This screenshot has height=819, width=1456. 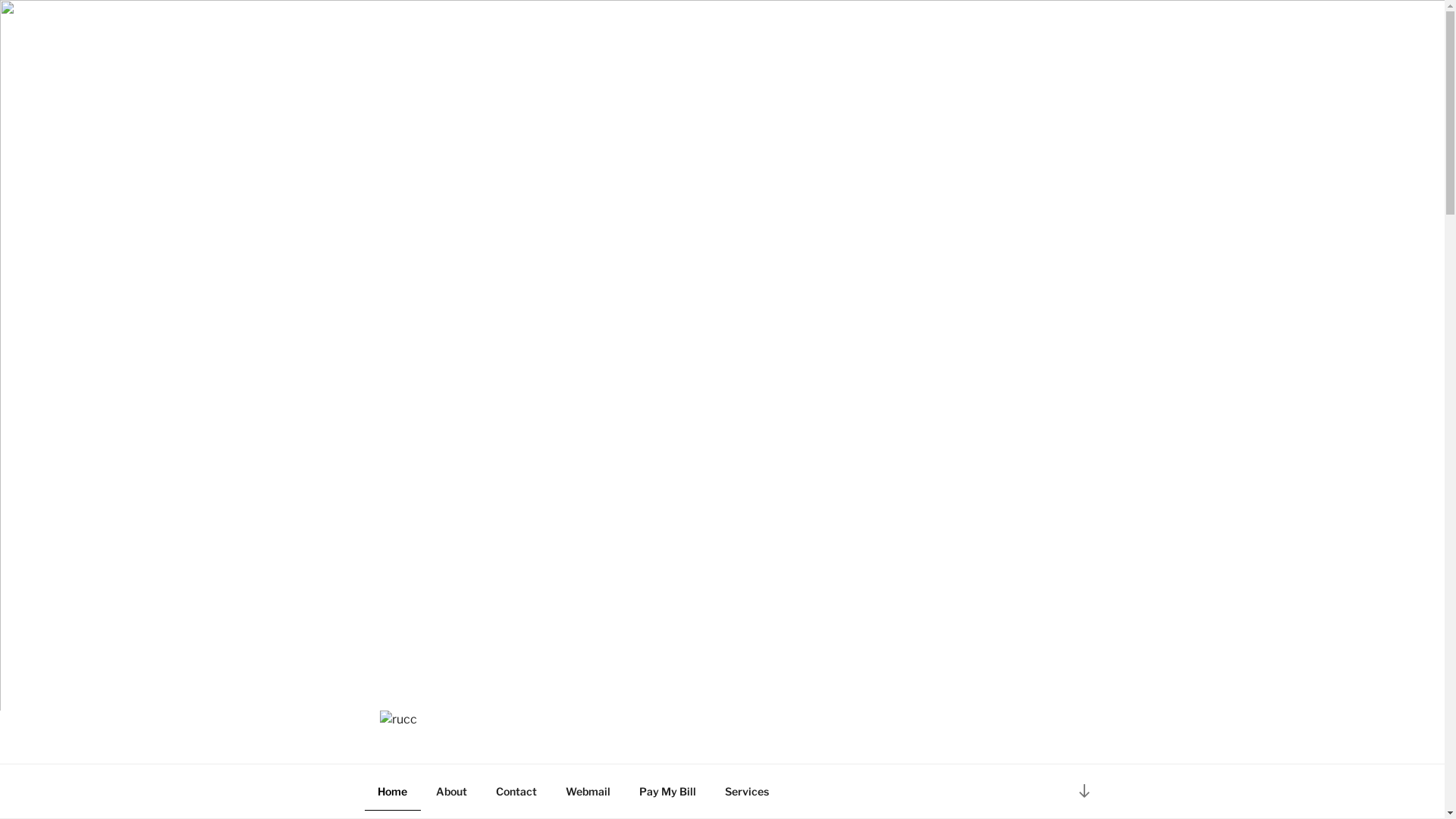 What do you see at coordinates (422, 745) in the screenshot?
I see `'RUCC'` at bounding box center [422, 745].